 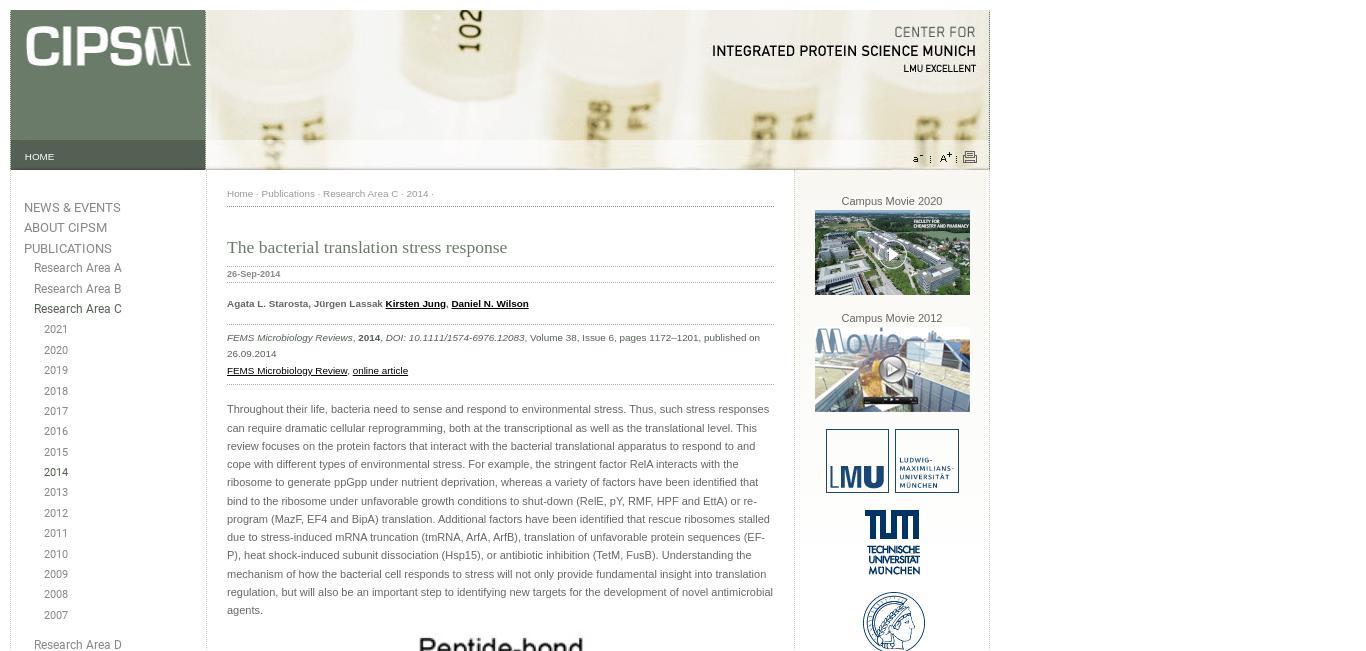 I want to click on 'The bacterial translation stress response', so click(x=366, y=246).